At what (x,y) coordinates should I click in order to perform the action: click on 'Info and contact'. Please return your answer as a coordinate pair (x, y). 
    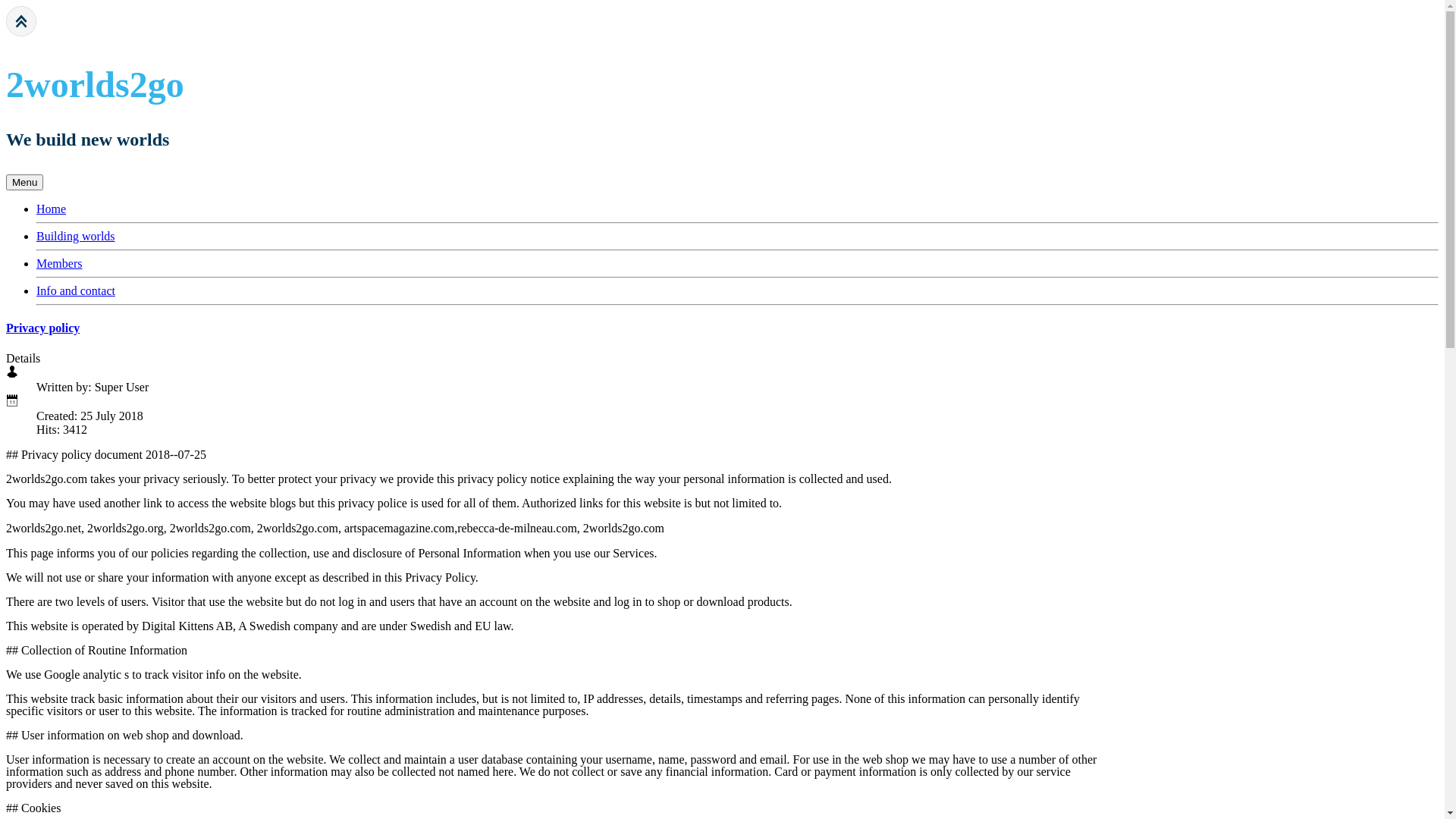
    Looking at the image, I should click on (75, 290).